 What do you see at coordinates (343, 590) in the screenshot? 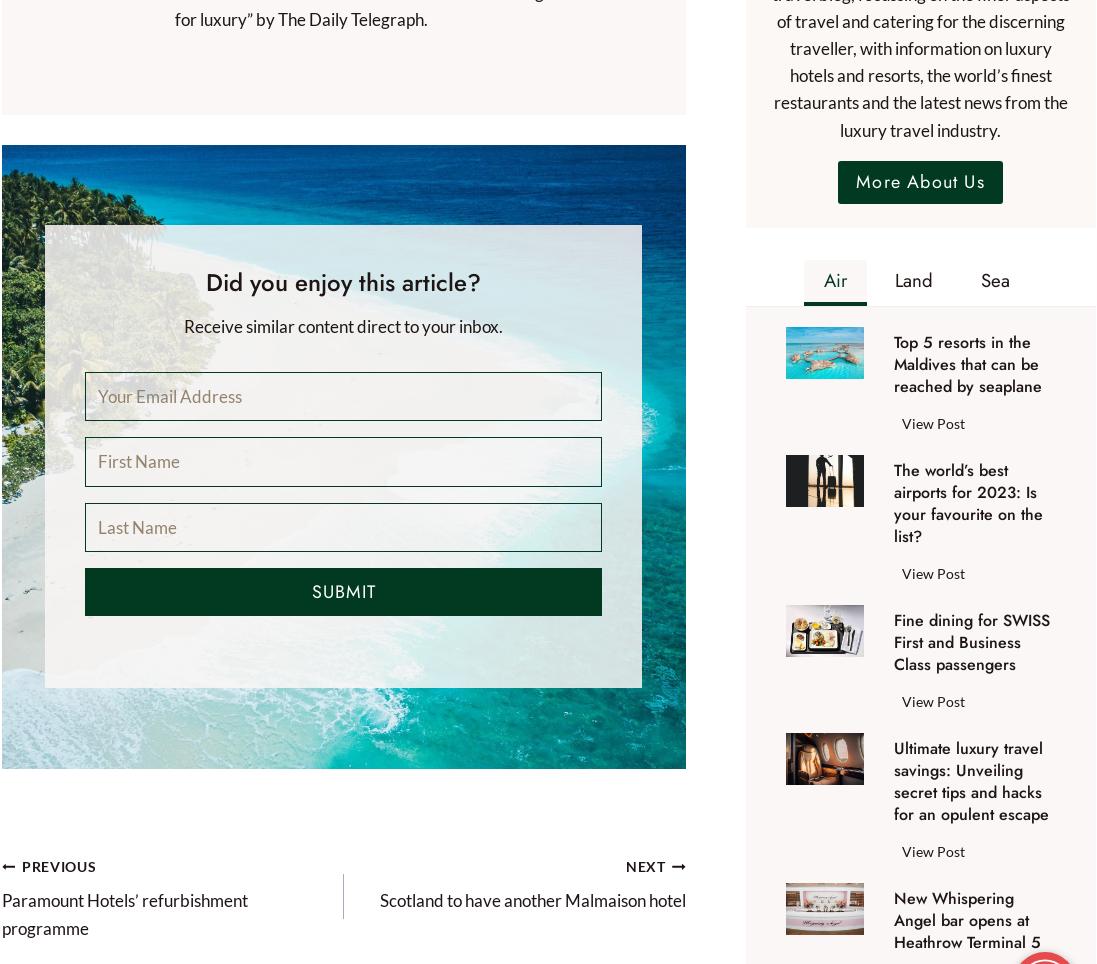
I see `'Submit'` at bounding box center [343, 590].